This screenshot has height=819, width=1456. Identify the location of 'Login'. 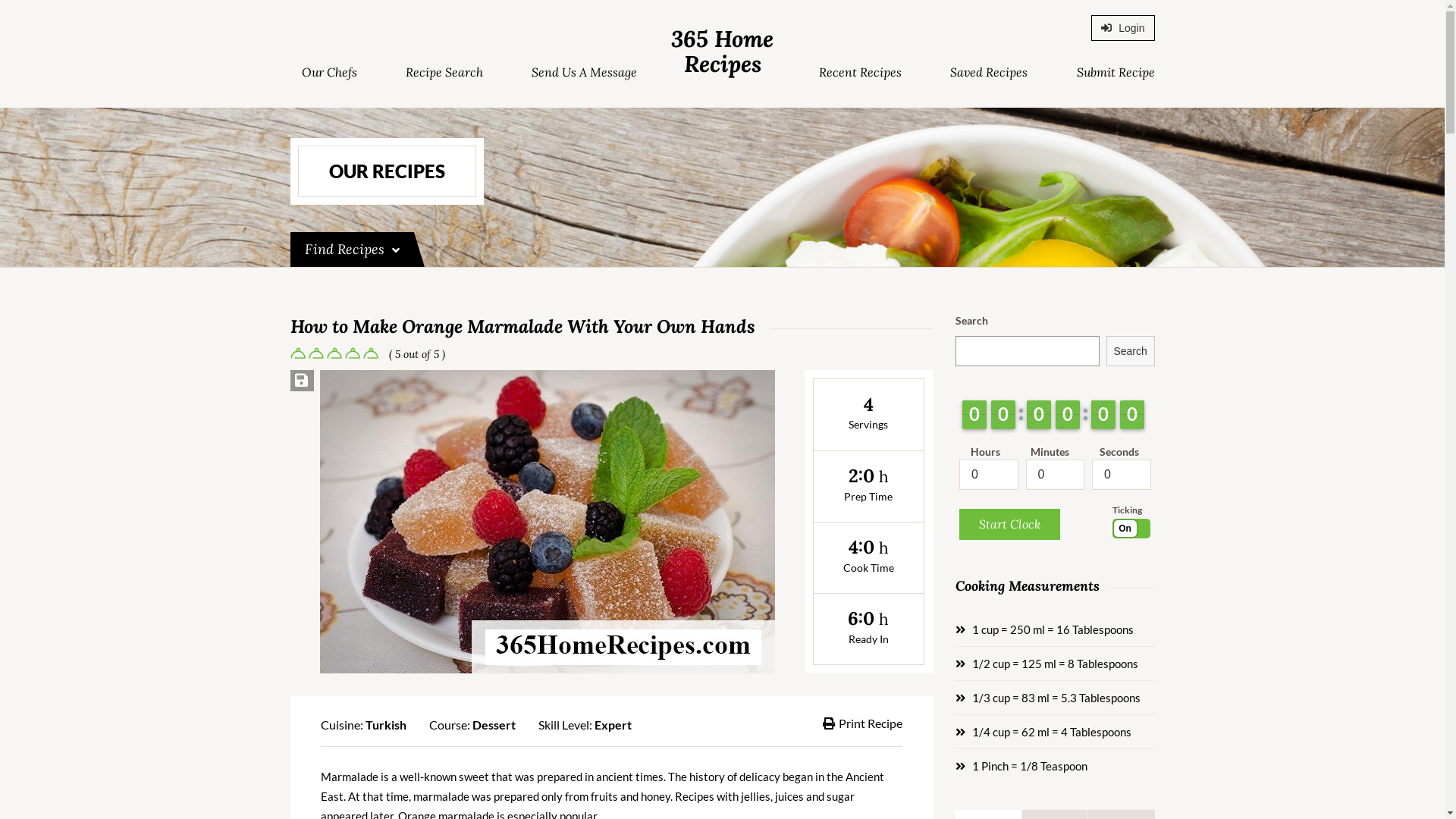
(1090, 28).